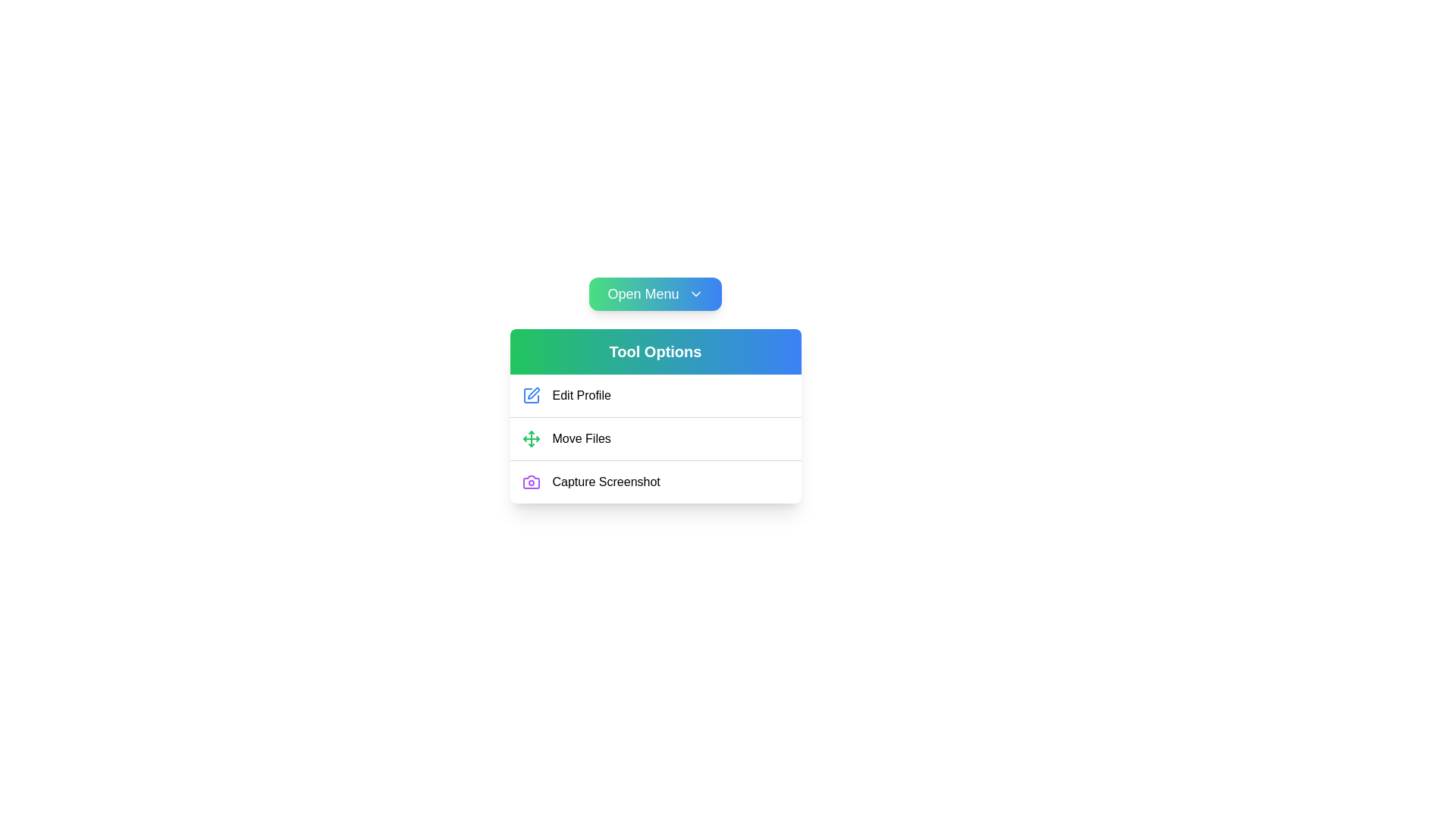 The height and width of the screenshot is (819, 1456). What do you see at coordinates (531, 394) in the screenshot?
I see `the 'Edit Profile' icon located under the 'Tool Options' heading, which is the first option in a vertical list, positioned to the left of the text 'Edit Profile'` at bounding box center [531, 394].